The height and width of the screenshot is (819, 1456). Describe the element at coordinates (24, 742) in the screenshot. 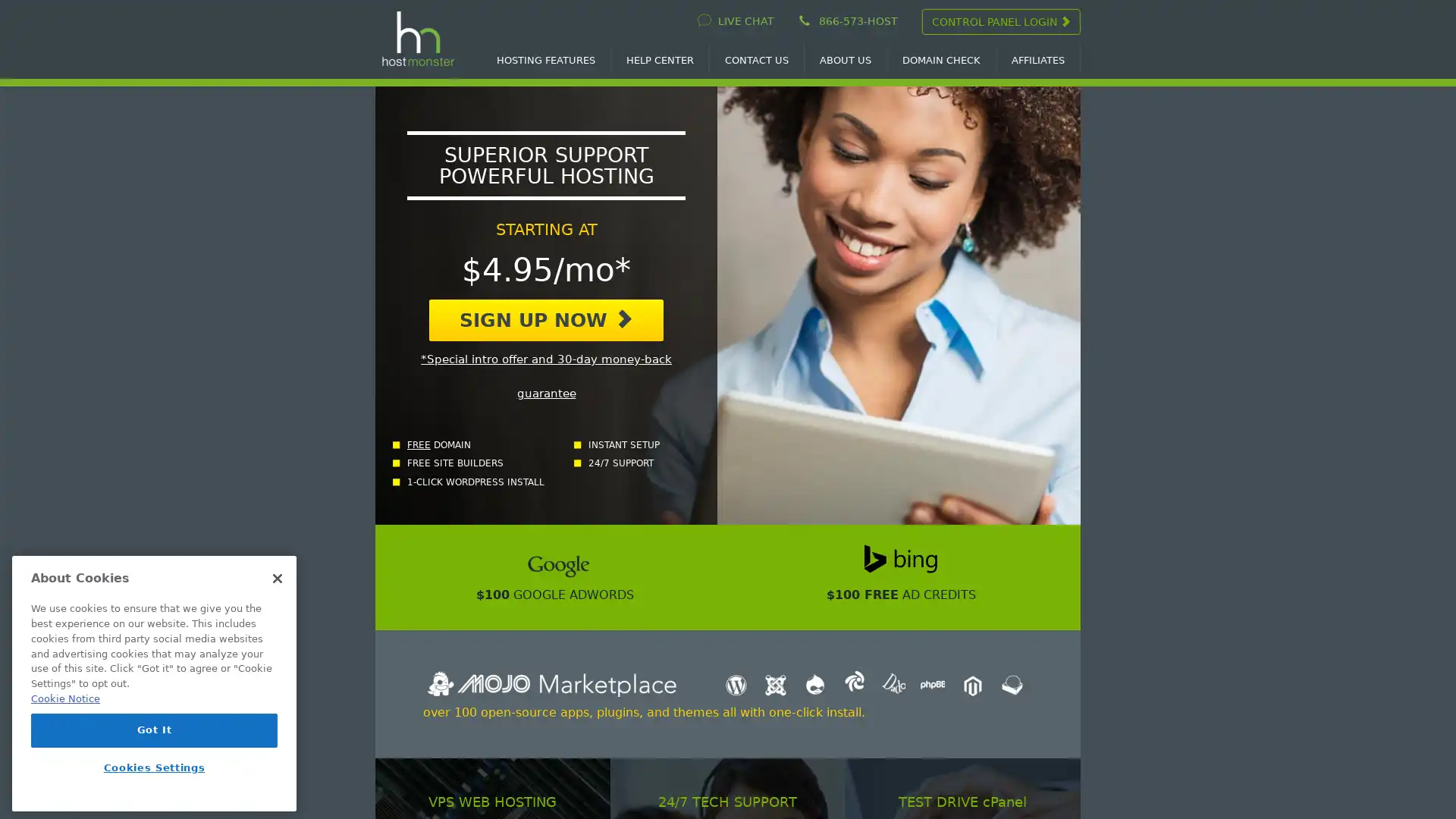

I see `Explore your accessibility options` at that location.